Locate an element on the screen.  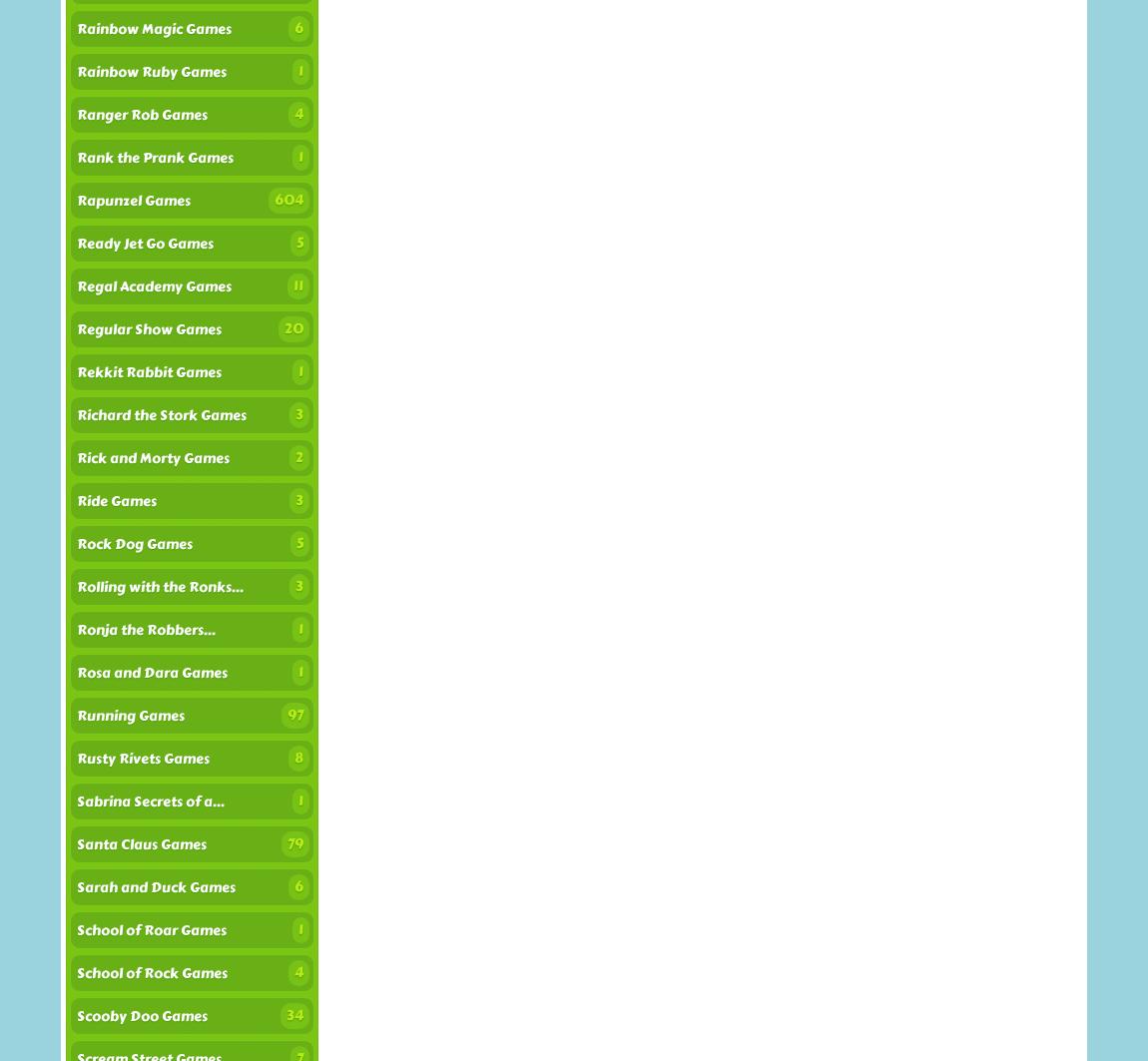
'604' is located at coordinates (288, 200).